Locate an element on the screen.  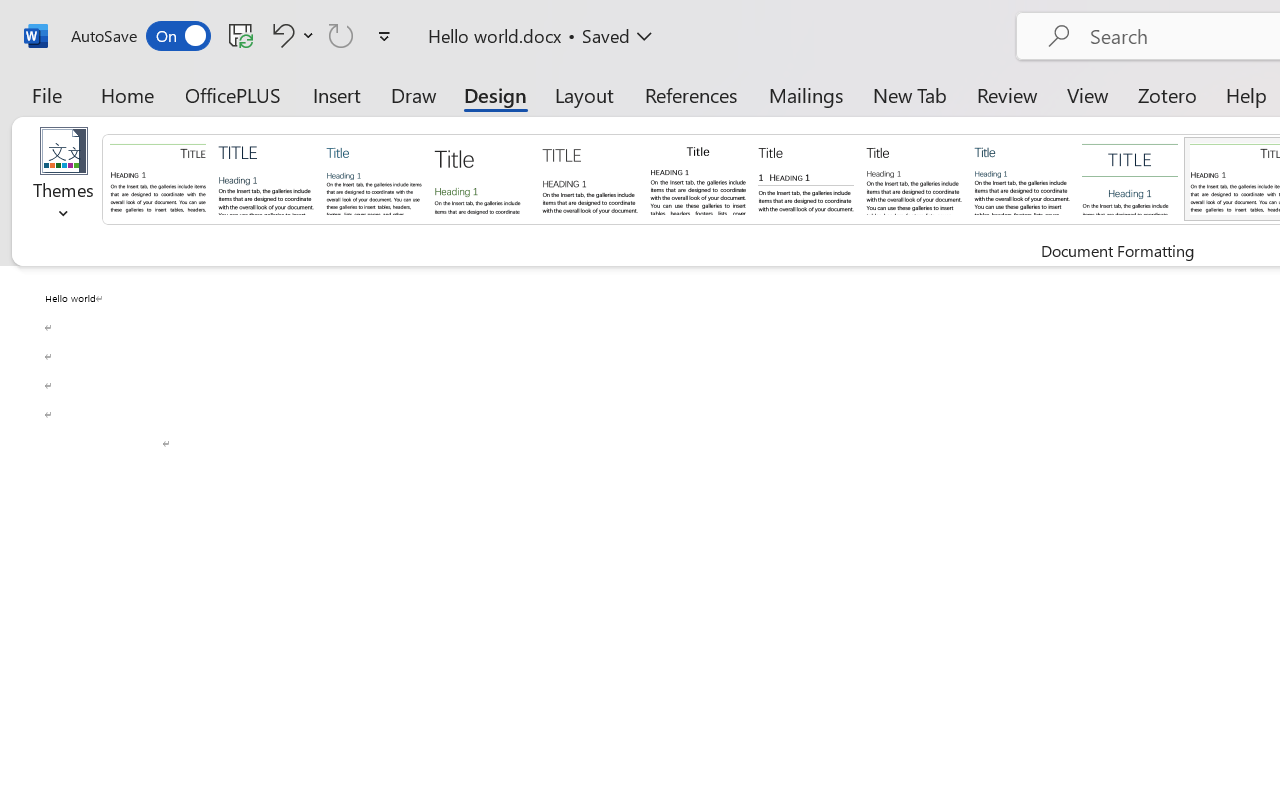
'Home' is located at coordinates (127, 94).